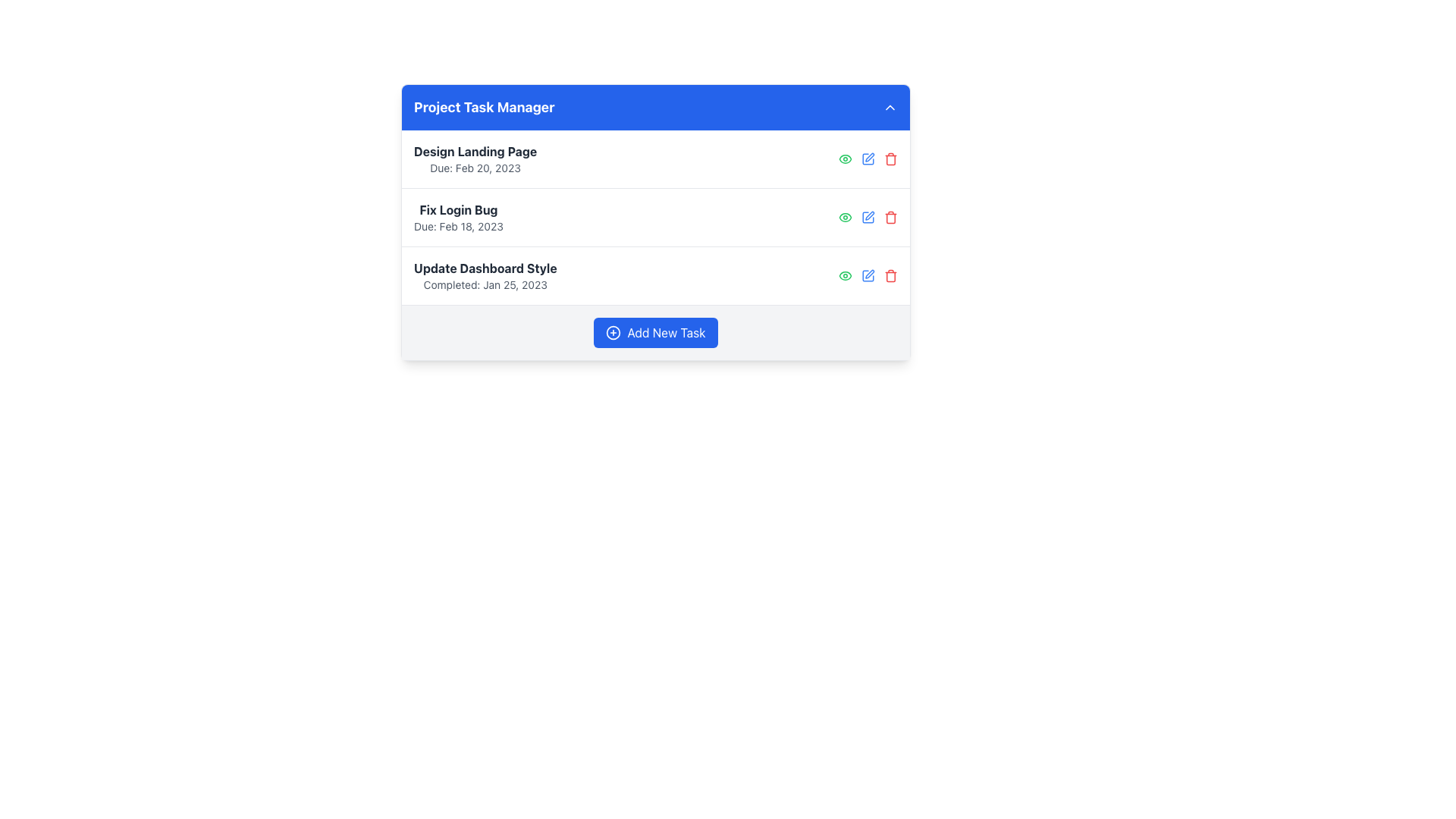  Describe the element at coordinates (868, 158) in the screenshot. I see `the second button in the group of three interactive buttons on the right side of the row labeled 'Design Landing Page Due: Feb 20, 2023'` at that location.